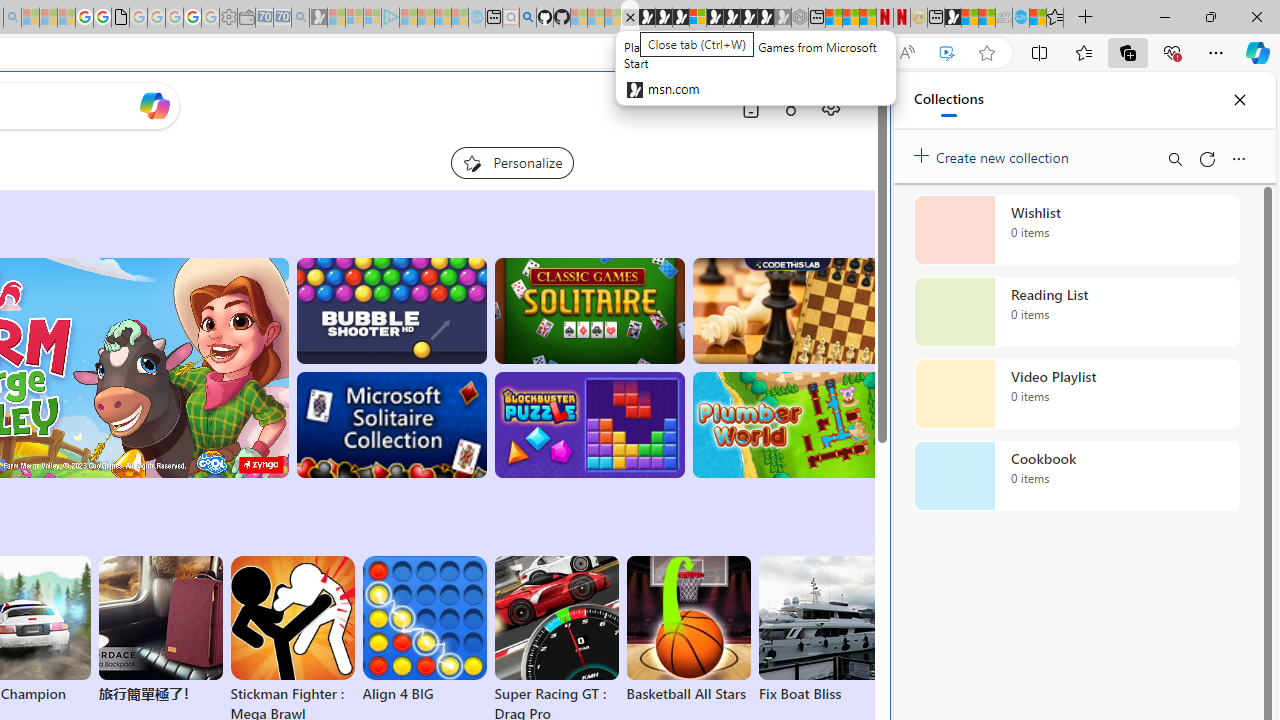 The image size is (1280, 720). I want to click on 'Services - Maintenance | Sky Blue Bikes - Sky Blue Bikes', so click(1020, 17).